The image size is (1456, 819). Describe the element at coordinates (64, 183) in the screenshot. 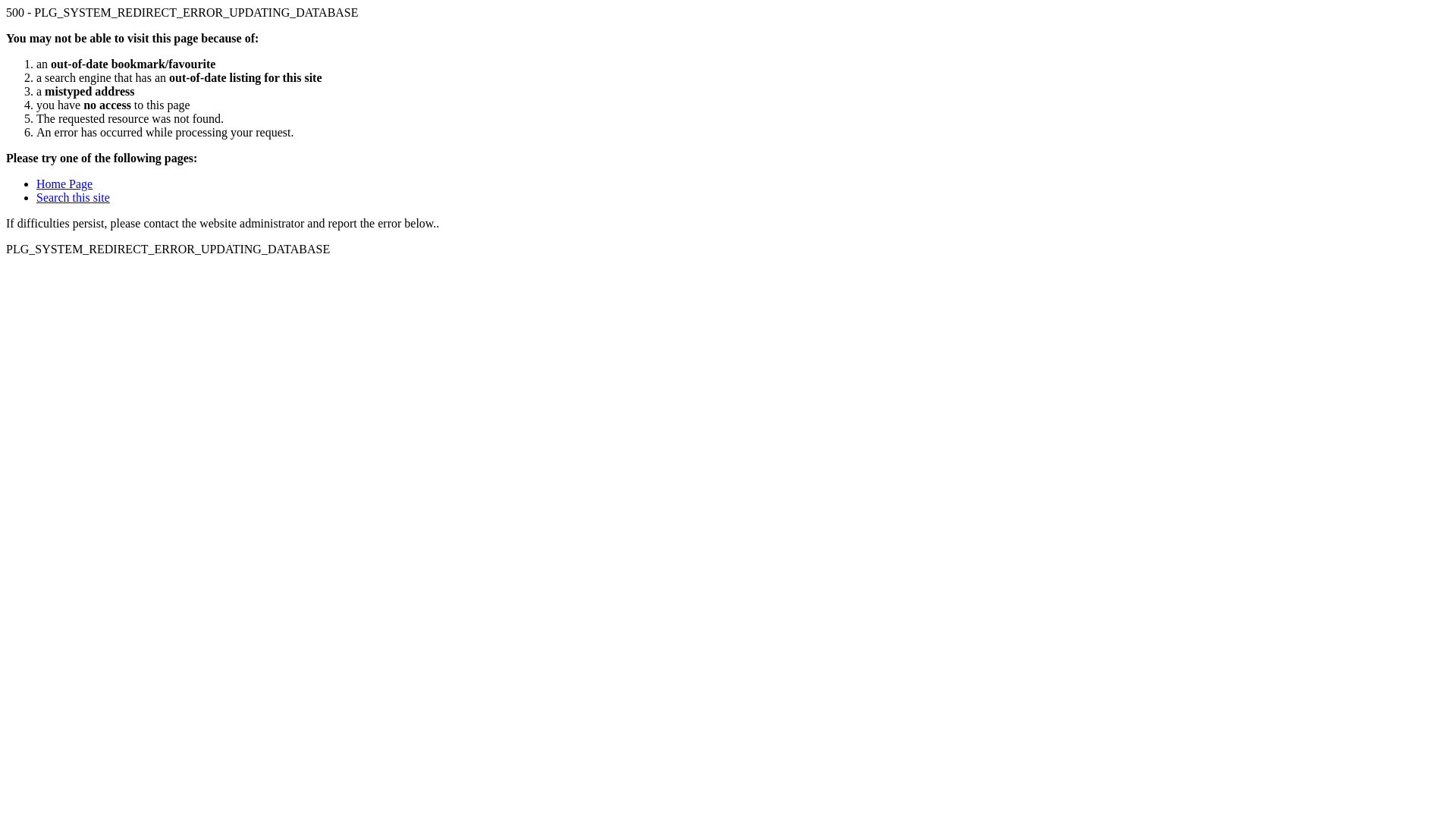

I see `'Home Page'` at that location.